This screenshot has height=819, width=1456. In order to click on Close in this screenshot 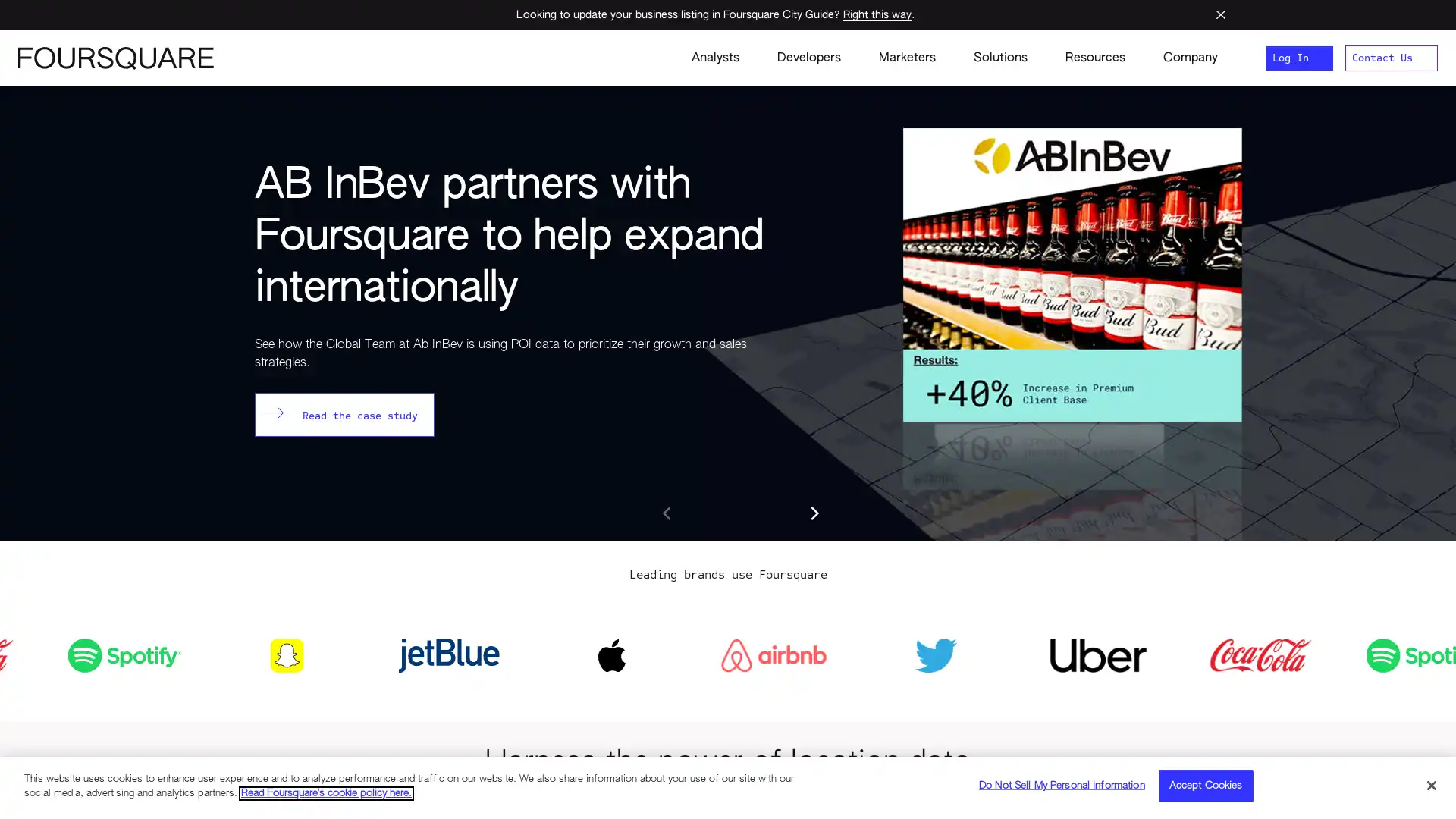, I will do `click(1430, 784)`.